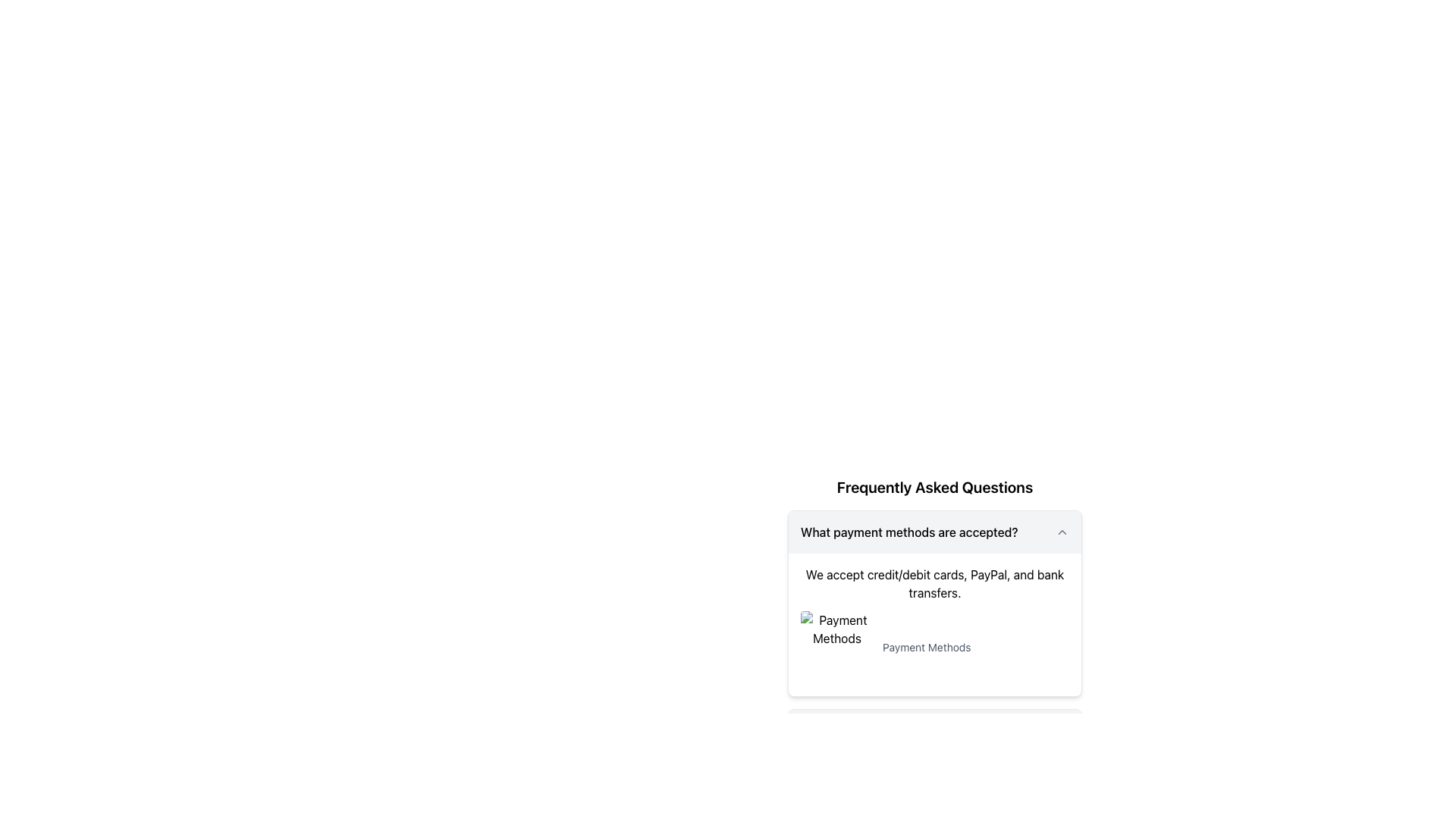  I want to click on the 'Payment Methods' text label, which is displayed in a small gray font and positioned to the right of an image in the second row of the FAQ section, so click(926, 647).